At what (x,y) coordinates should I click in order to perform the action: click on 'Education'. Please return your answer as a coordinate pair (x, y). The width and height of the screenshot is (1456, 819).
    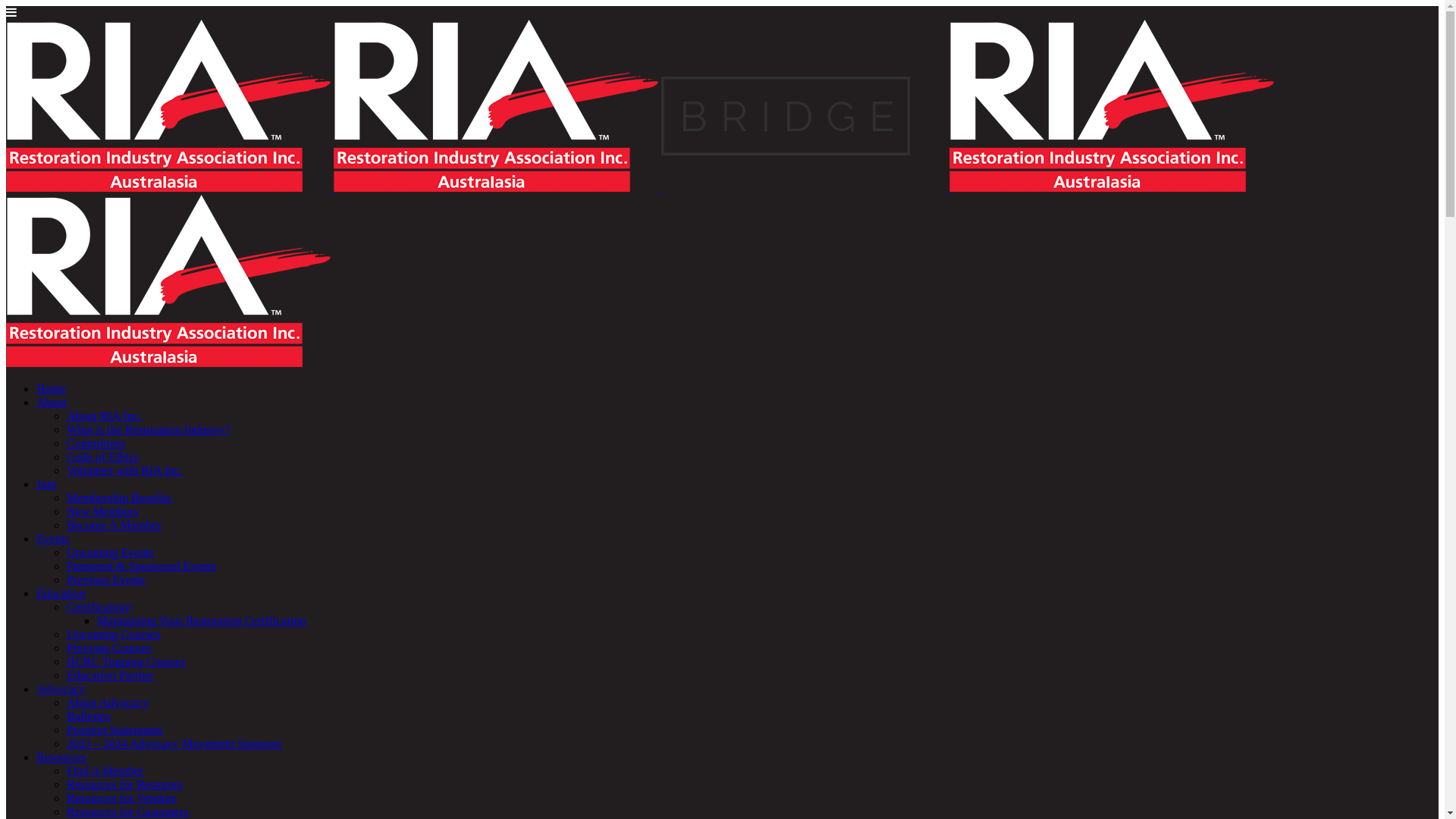
    Looking at the image, I should click on (61, 592).